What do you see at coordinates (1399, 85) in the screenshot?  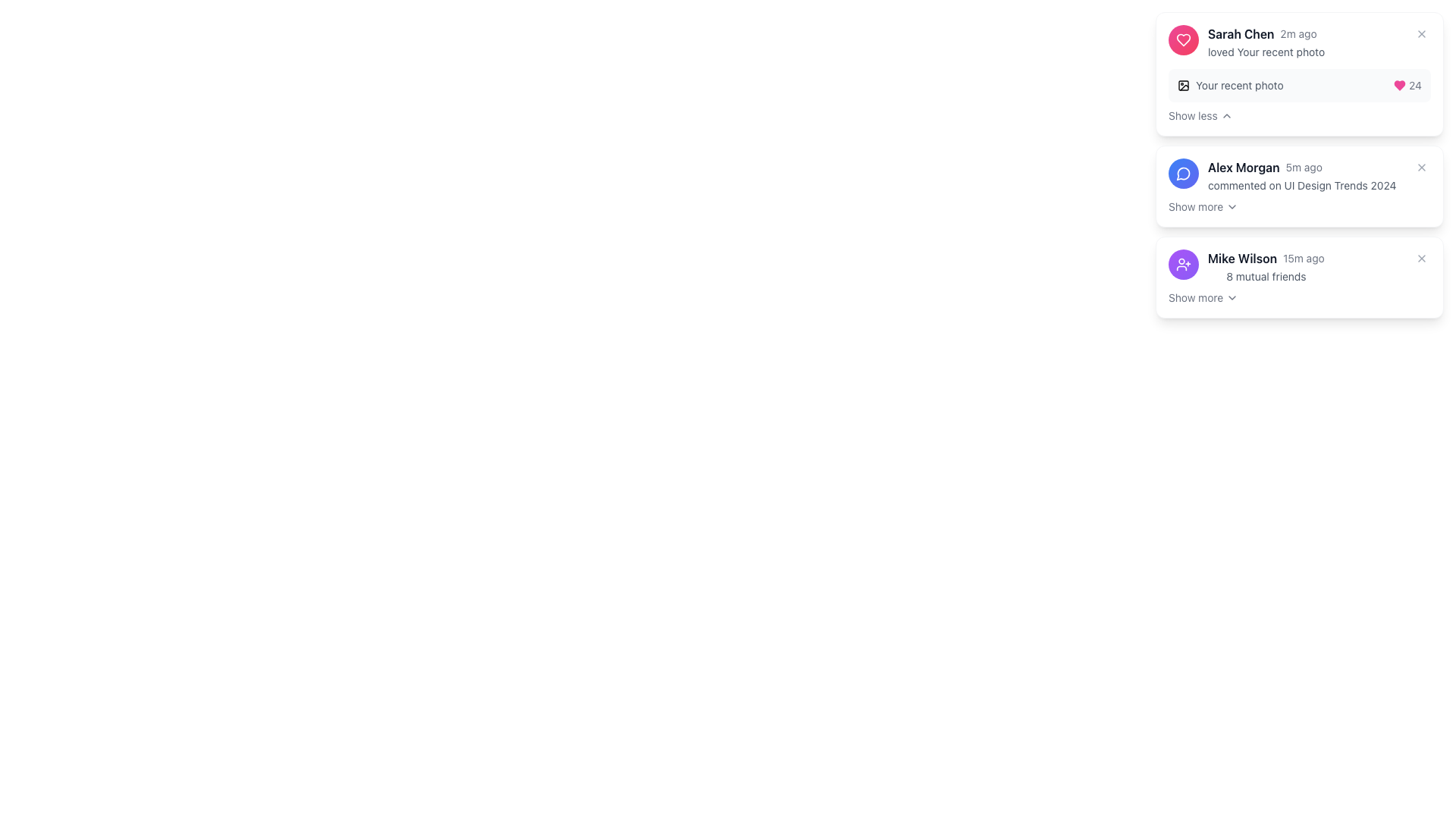 I see `the heart-shaped pink icon representing 'like' or 'love' for 'Sarah Chen' located in the top-left corner of her notification card` at bounding box center [1399, 85].